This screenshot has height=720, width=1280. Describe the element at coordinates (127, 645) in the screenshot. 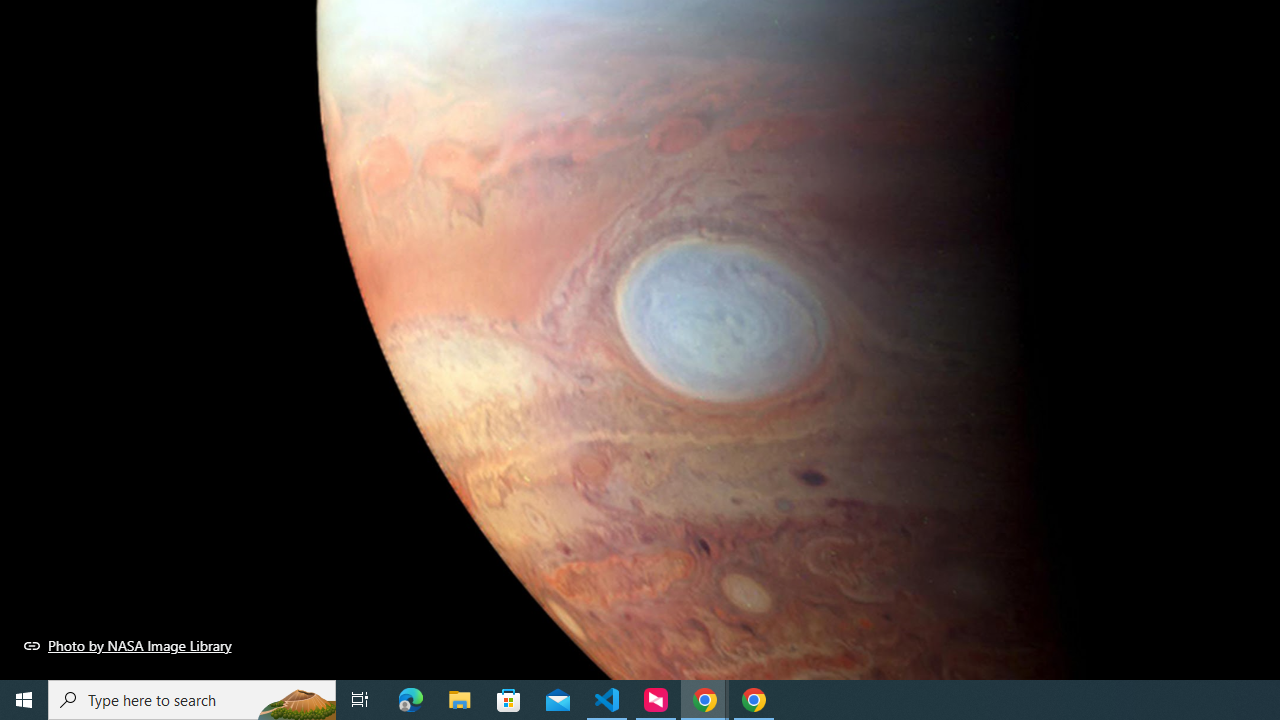

I see `'Photo by NASA Image Library'` at that location.